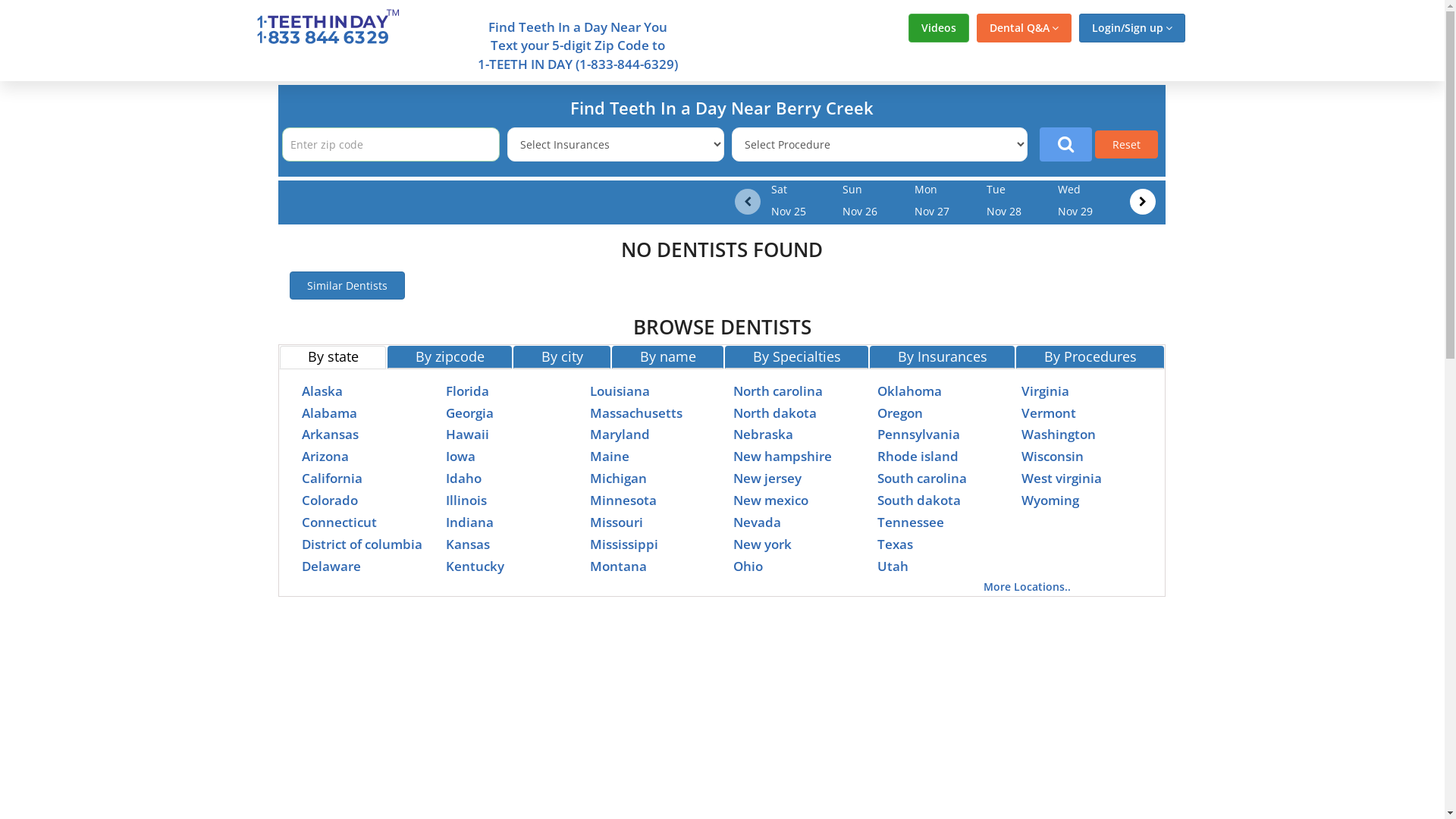 The height and width of the screenshot is (819, 1456). I want to click on 'Oregon', so click(877, 413).